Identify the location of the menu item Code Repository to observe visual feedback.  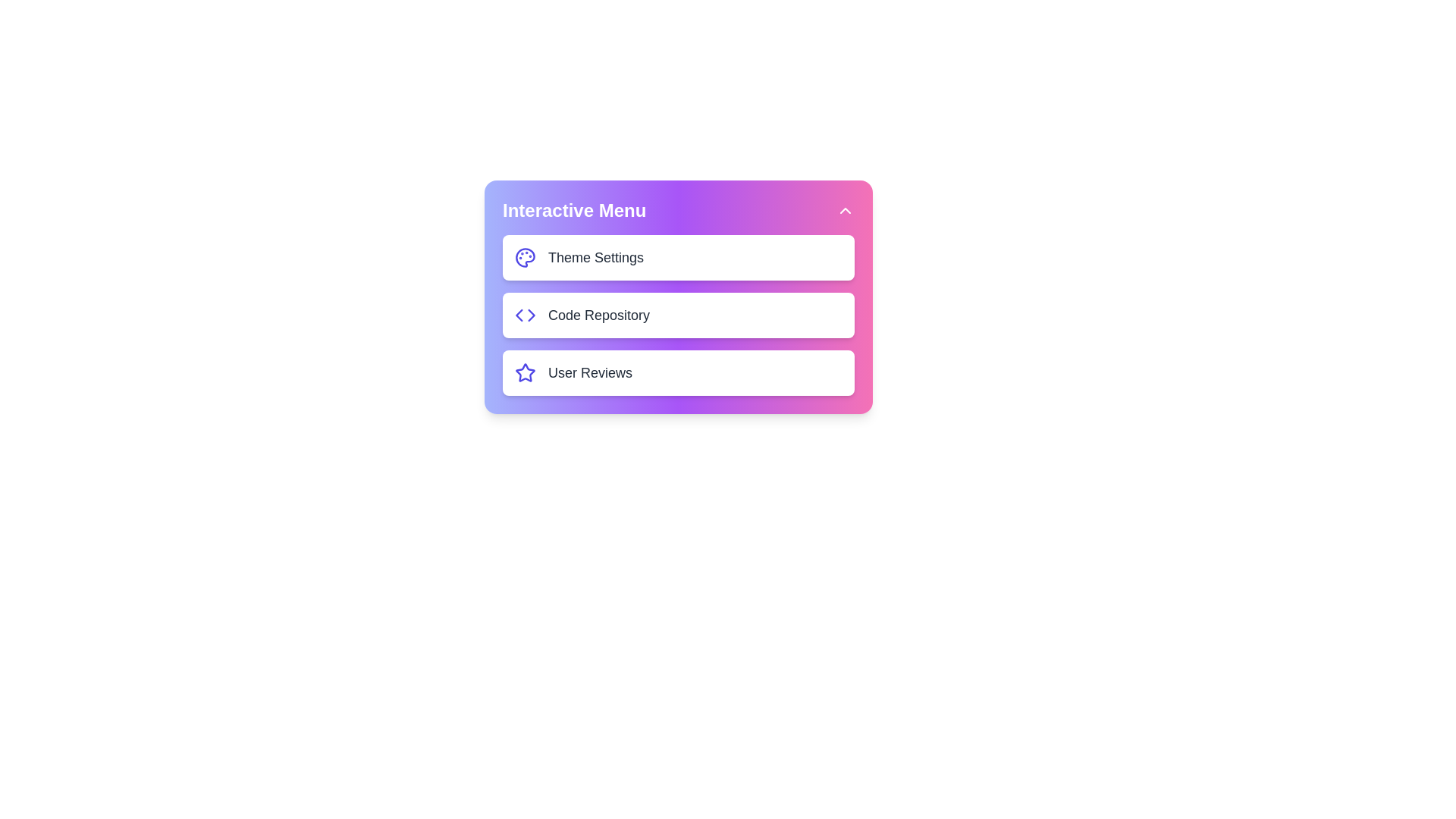
(677, 315).